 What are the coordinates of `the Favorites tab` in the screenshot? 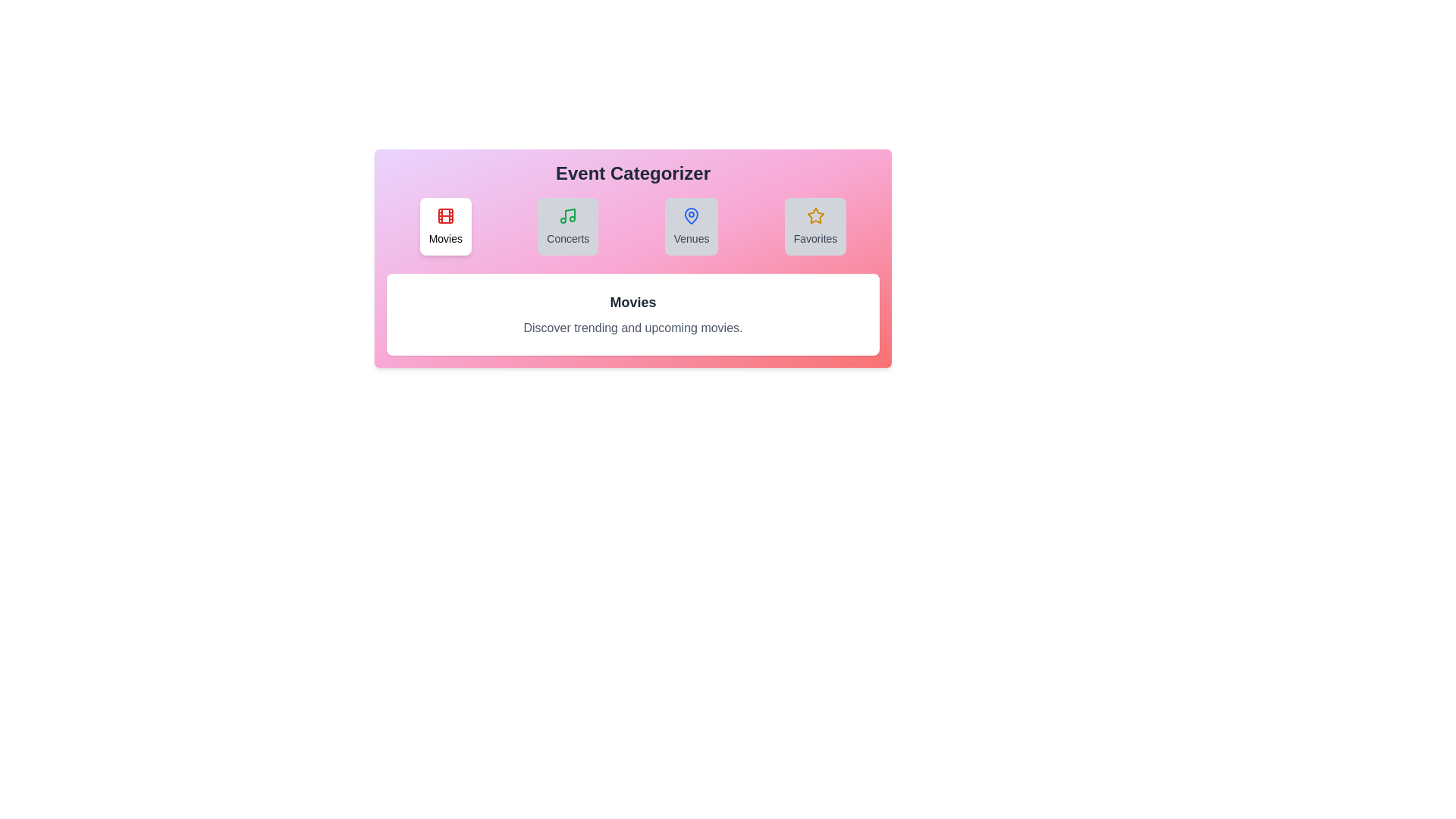 It's located at (814, 227).